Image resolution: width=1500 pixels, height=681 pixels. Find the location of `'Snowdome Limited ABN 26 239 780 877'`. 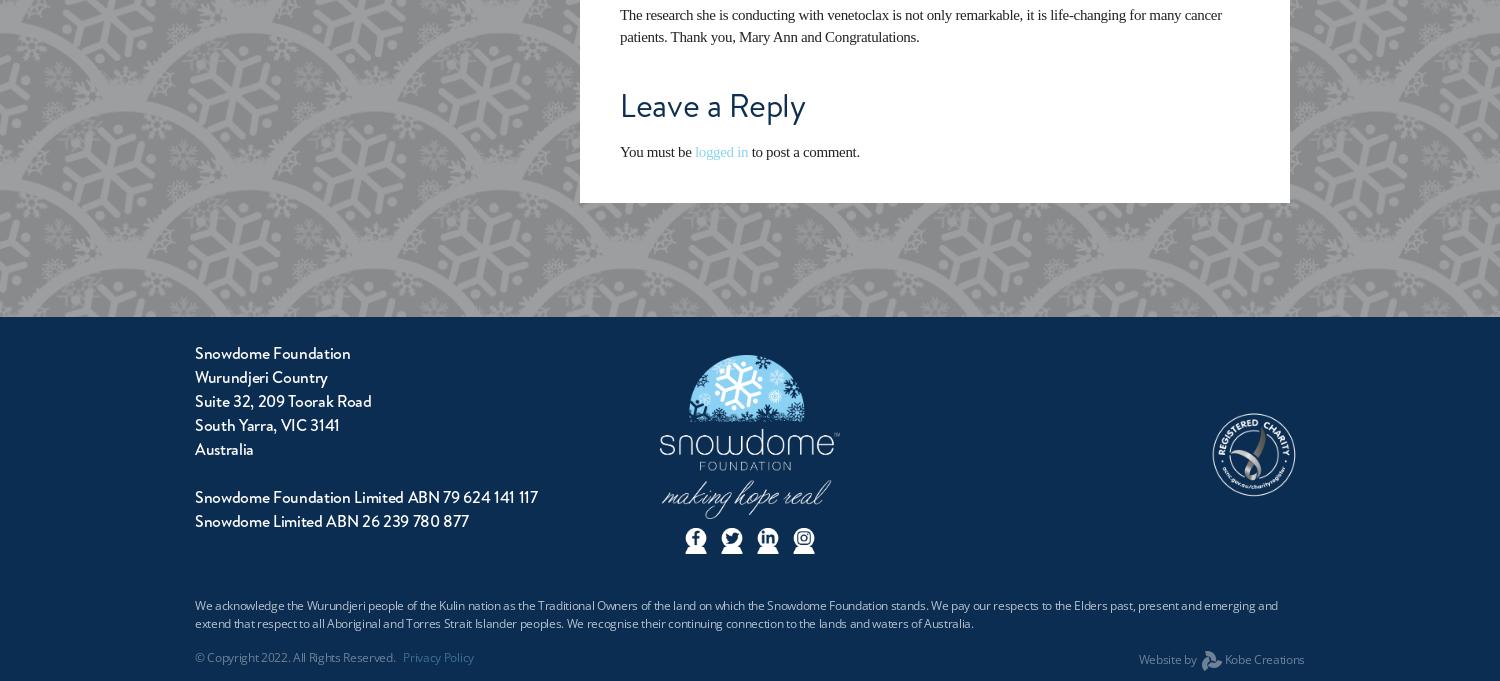

'Snowdome Limited ABN 26 239 780 877' is located at coordinates (330, 521).